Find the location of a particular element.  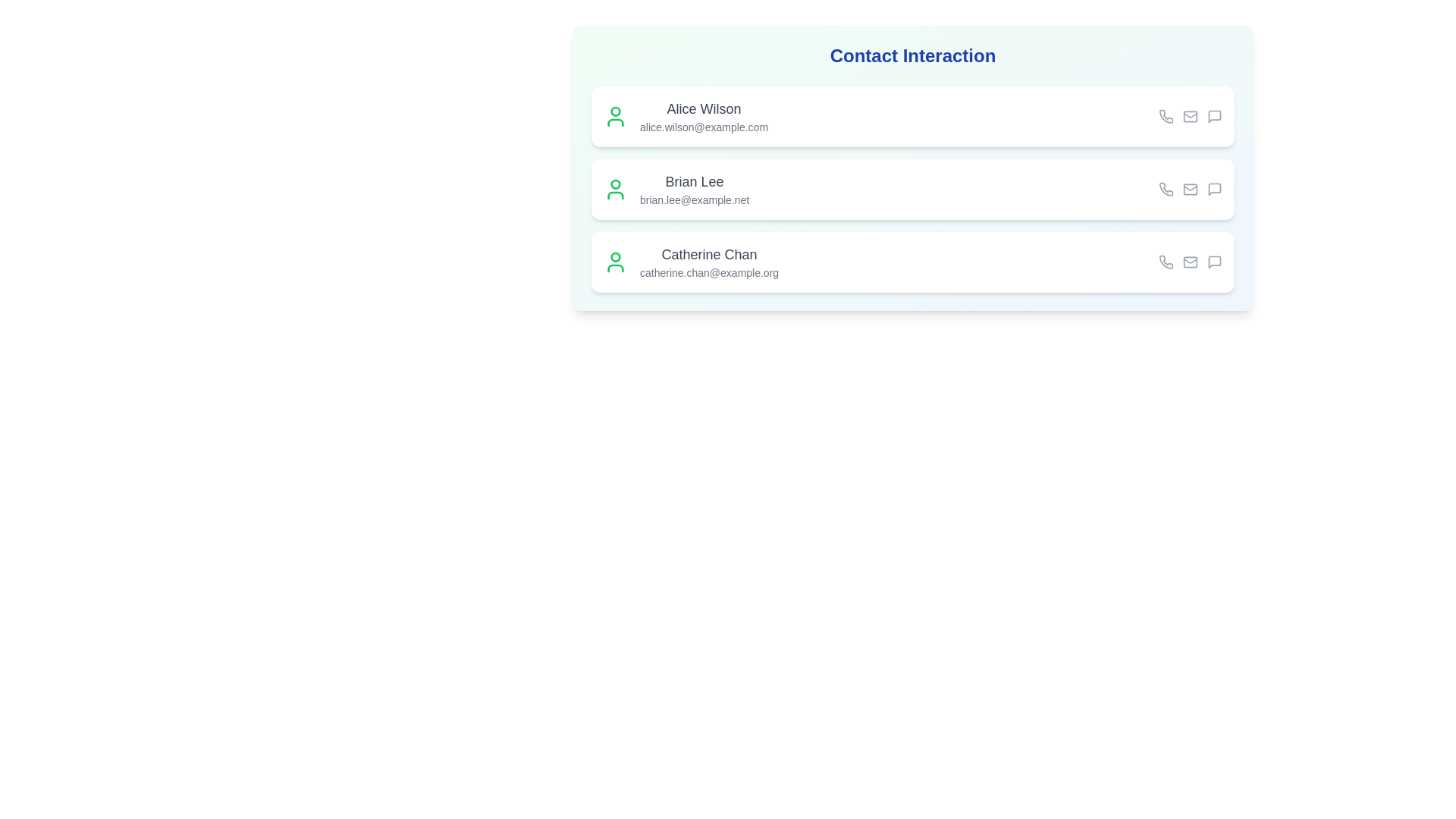

the phone icon for the contact Brian Lee is located at coordinates (1165, 189).